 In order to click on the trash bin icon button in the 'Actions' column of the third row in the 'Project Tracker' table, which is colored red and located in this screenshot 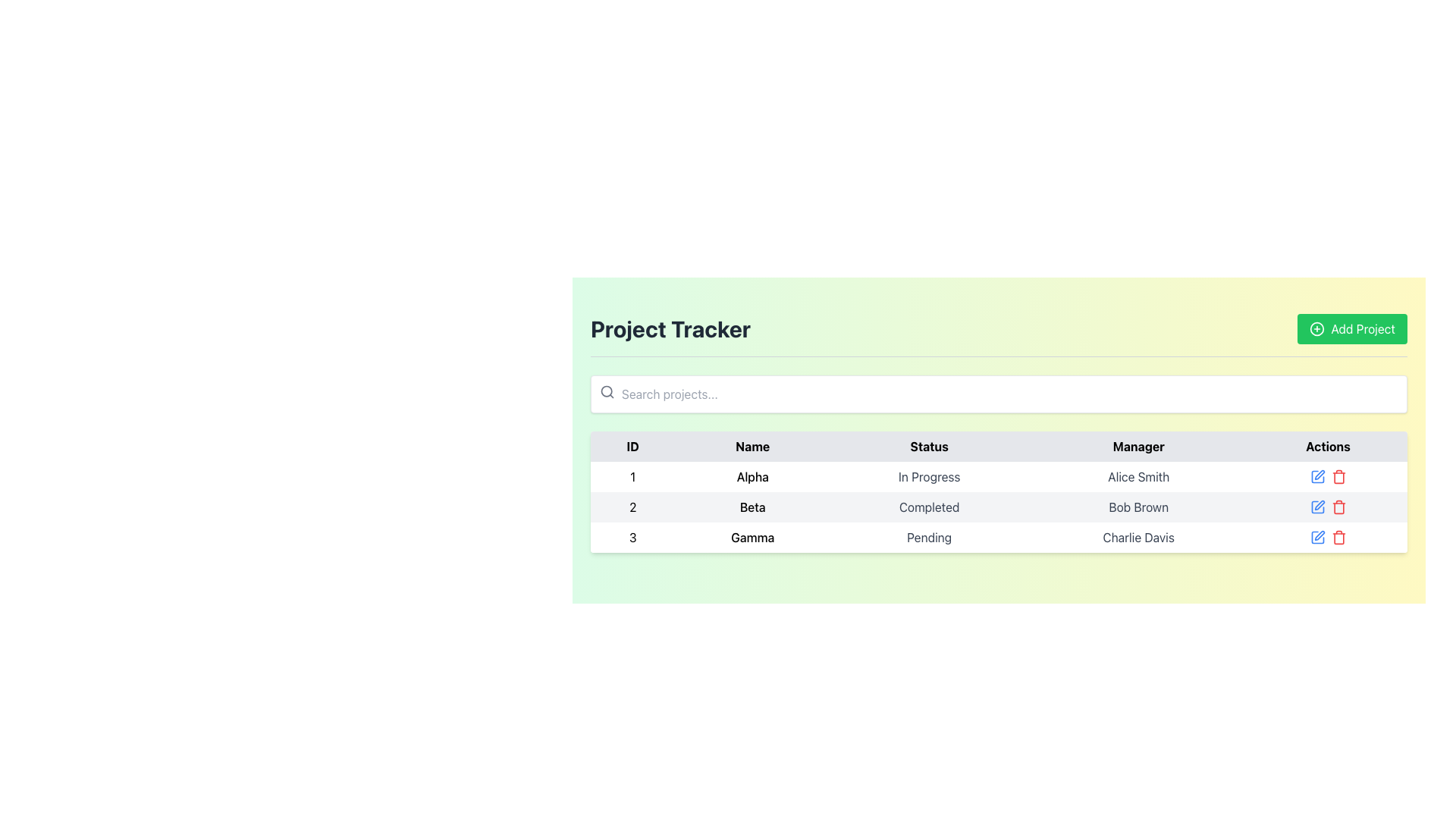, I will do `click(1338, 475)`.